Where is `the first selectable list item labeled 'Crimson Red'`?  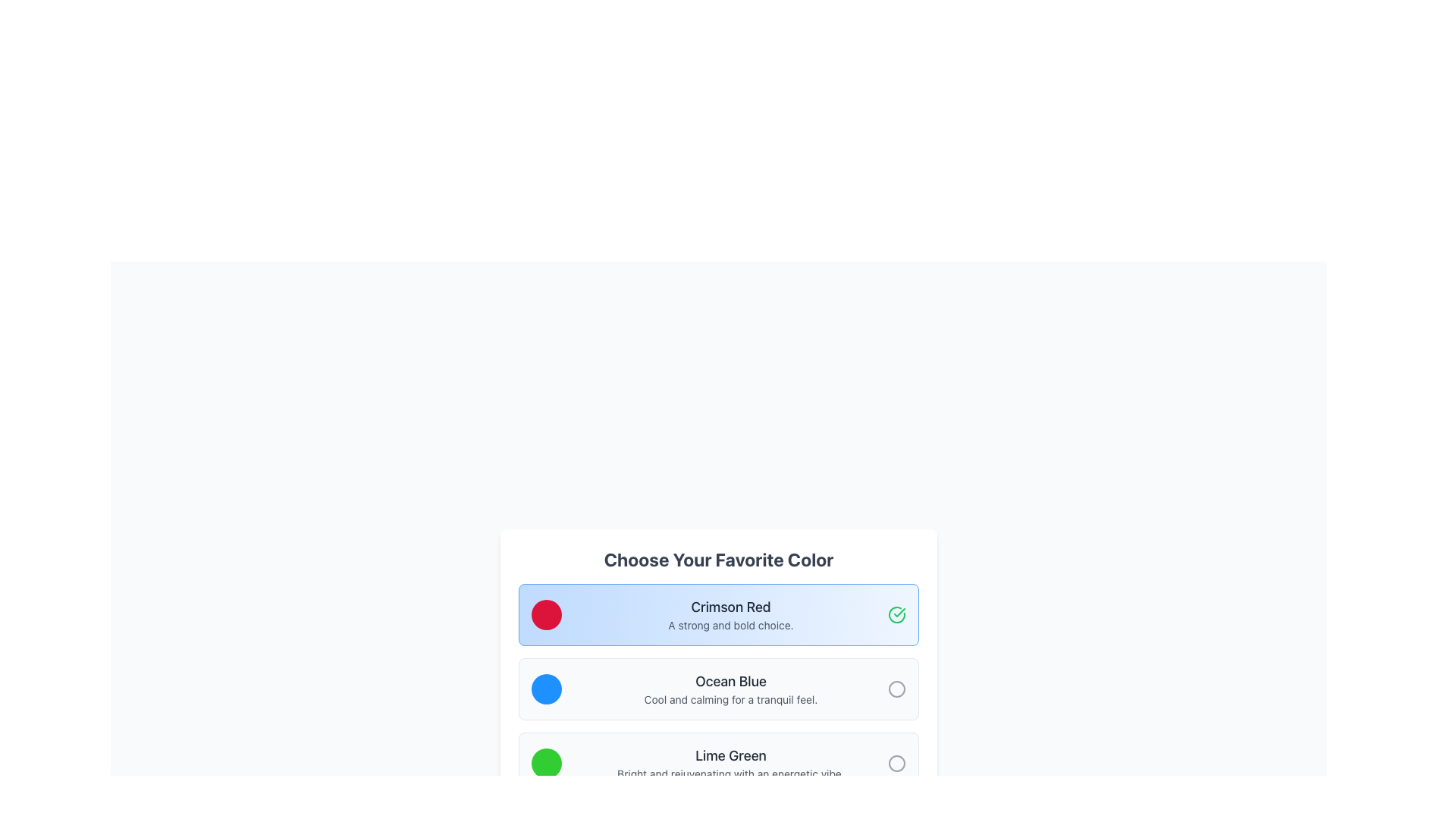
the first selectable list item labeled 'Crimson Red' is located at coordinates (718, 614).